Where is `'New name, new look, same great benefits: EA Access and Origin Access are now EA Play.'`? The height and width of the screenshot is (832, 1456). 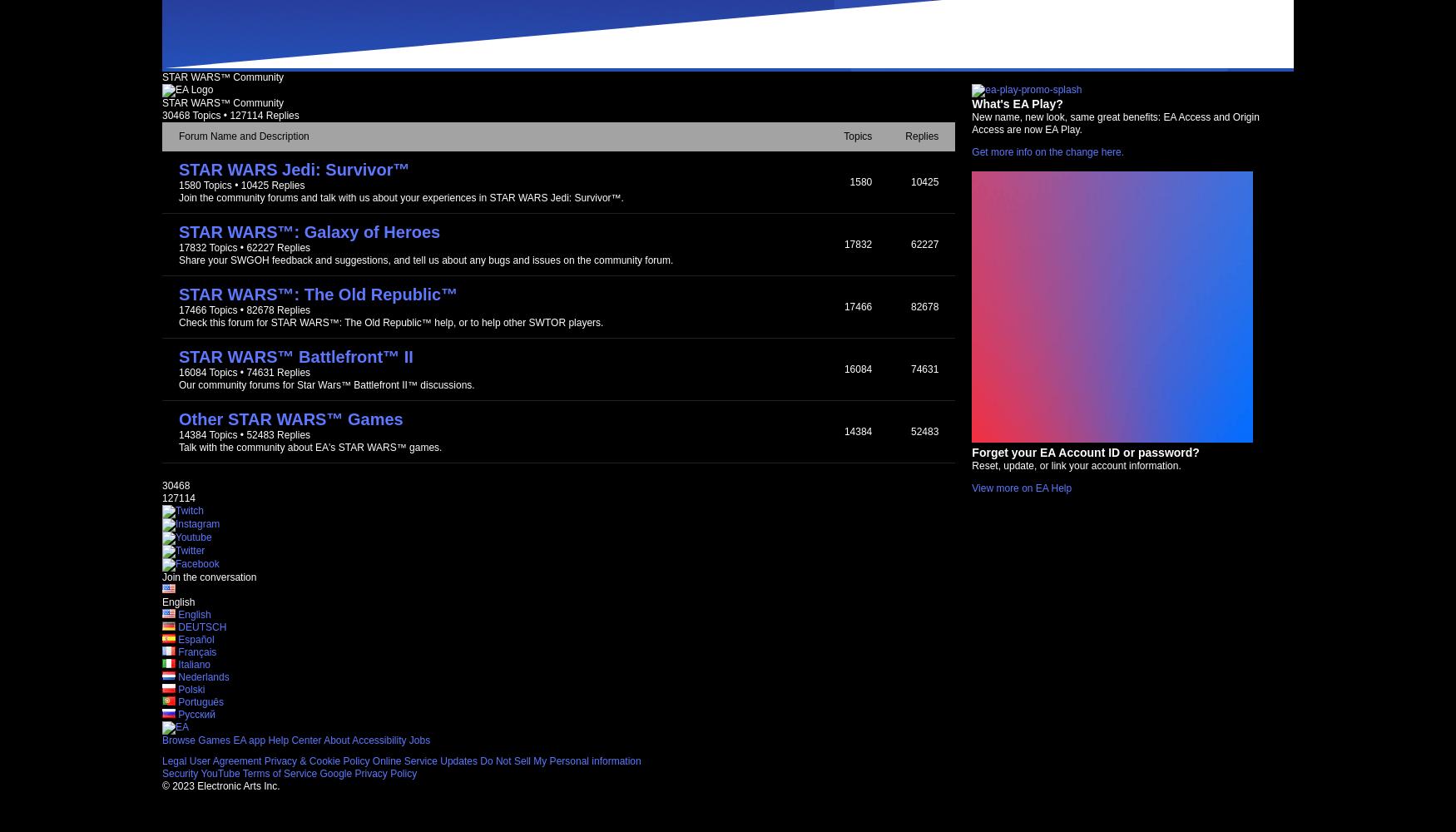
'New name, new look, same great benefits: EA Access and Origin Access are now EA Play.' is located at coordinates (1115, 123).